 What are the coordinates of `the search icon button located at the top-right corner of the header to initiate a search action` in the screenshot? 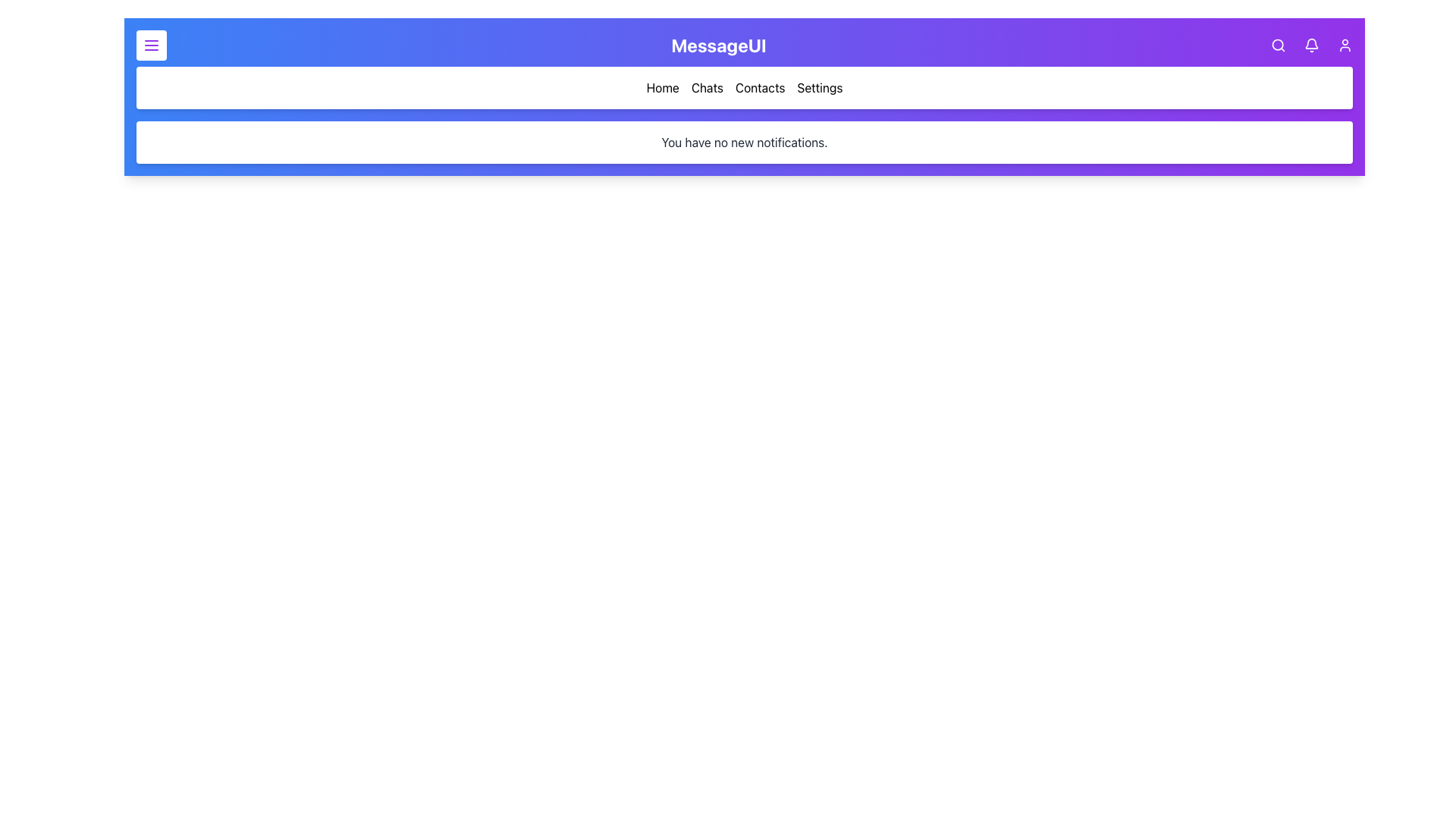 It's located at (1277, 45).